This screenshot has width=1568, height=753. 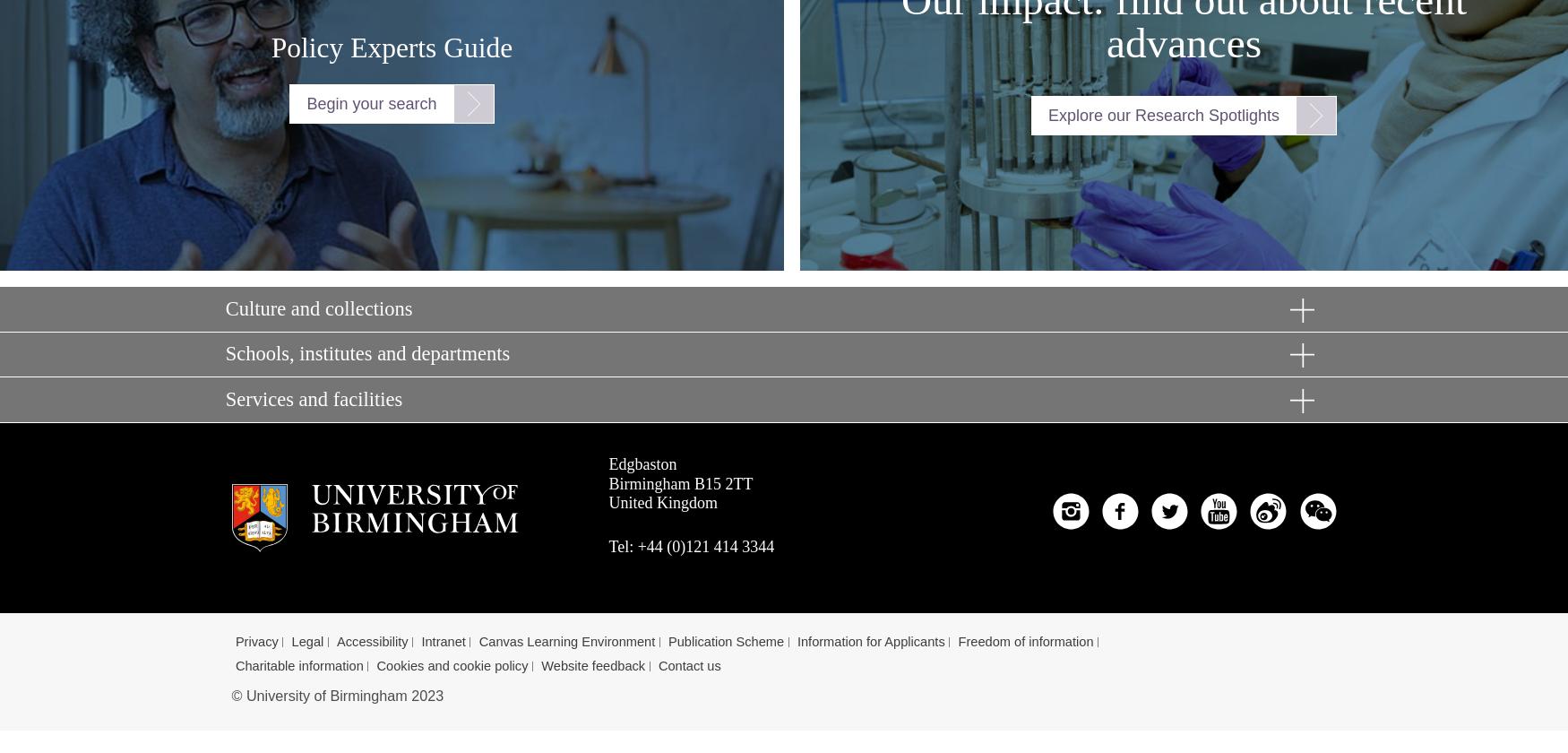 I want to click on 'Accessibility', so click(x=371, y=642).